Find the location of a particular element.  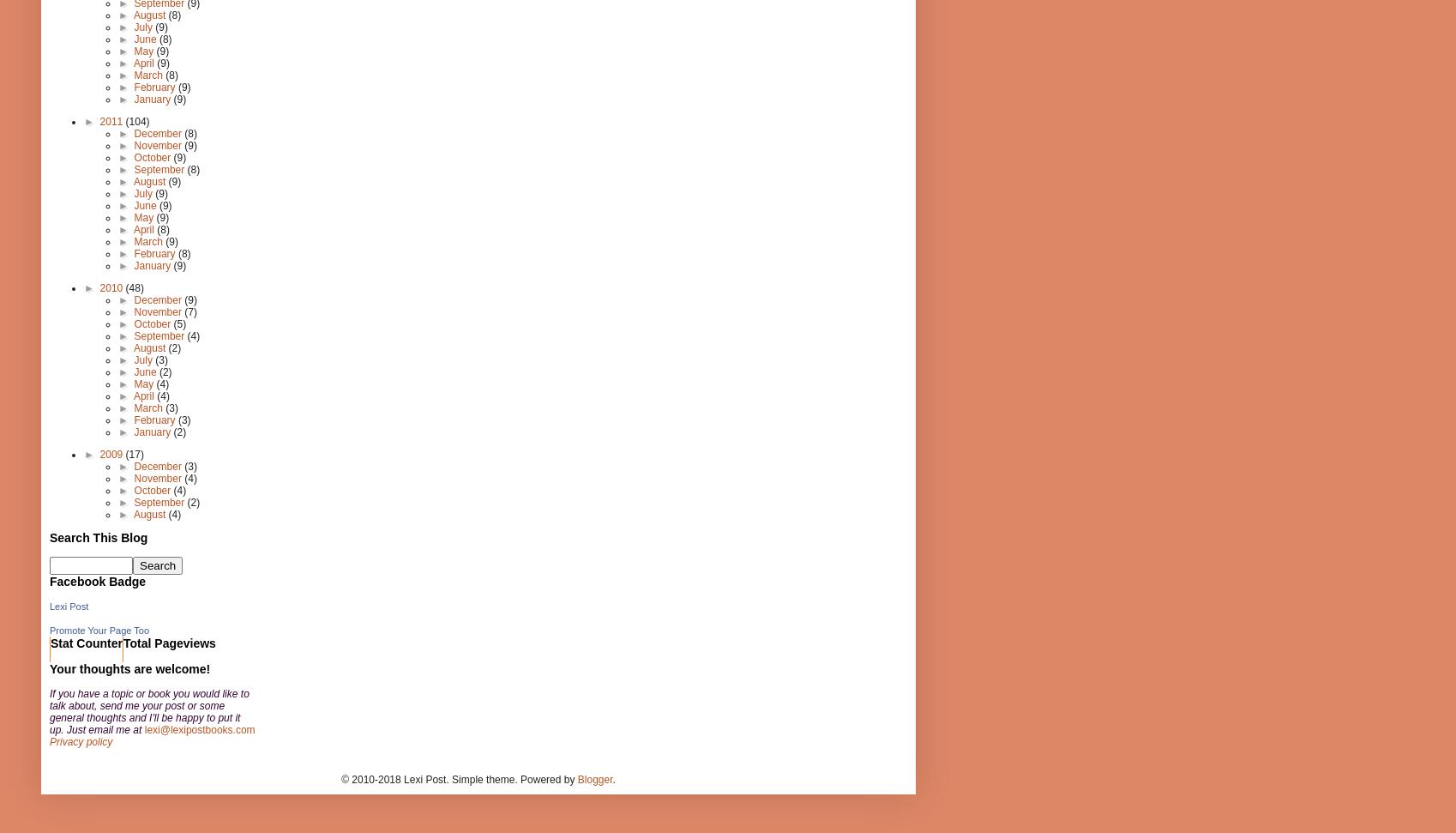

'Total Pageviews' is located at coordinates (122, 643).